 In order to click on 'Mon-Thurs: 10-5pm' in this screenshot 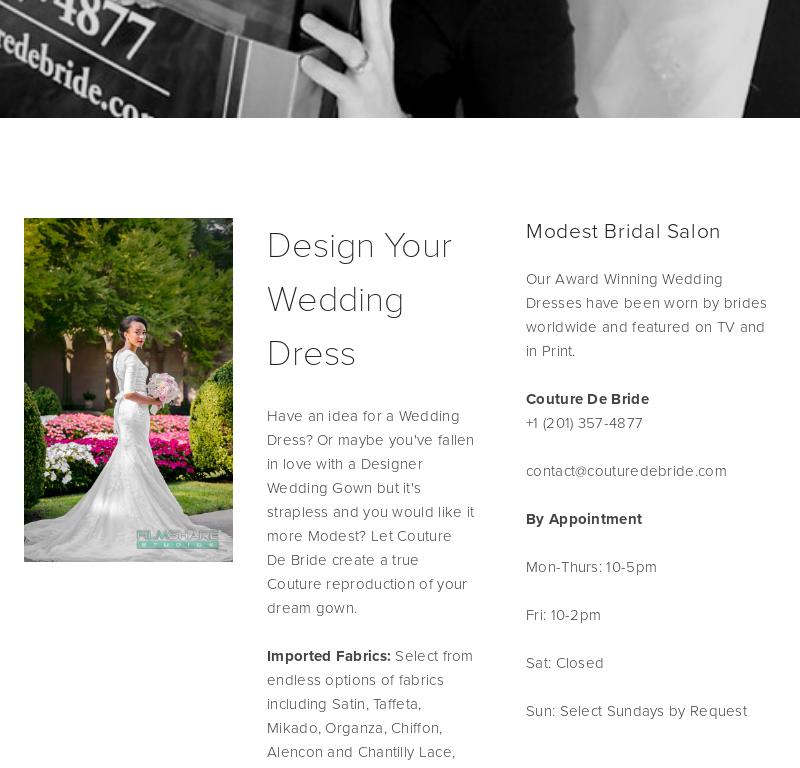, I will do `click(525, 566)`.